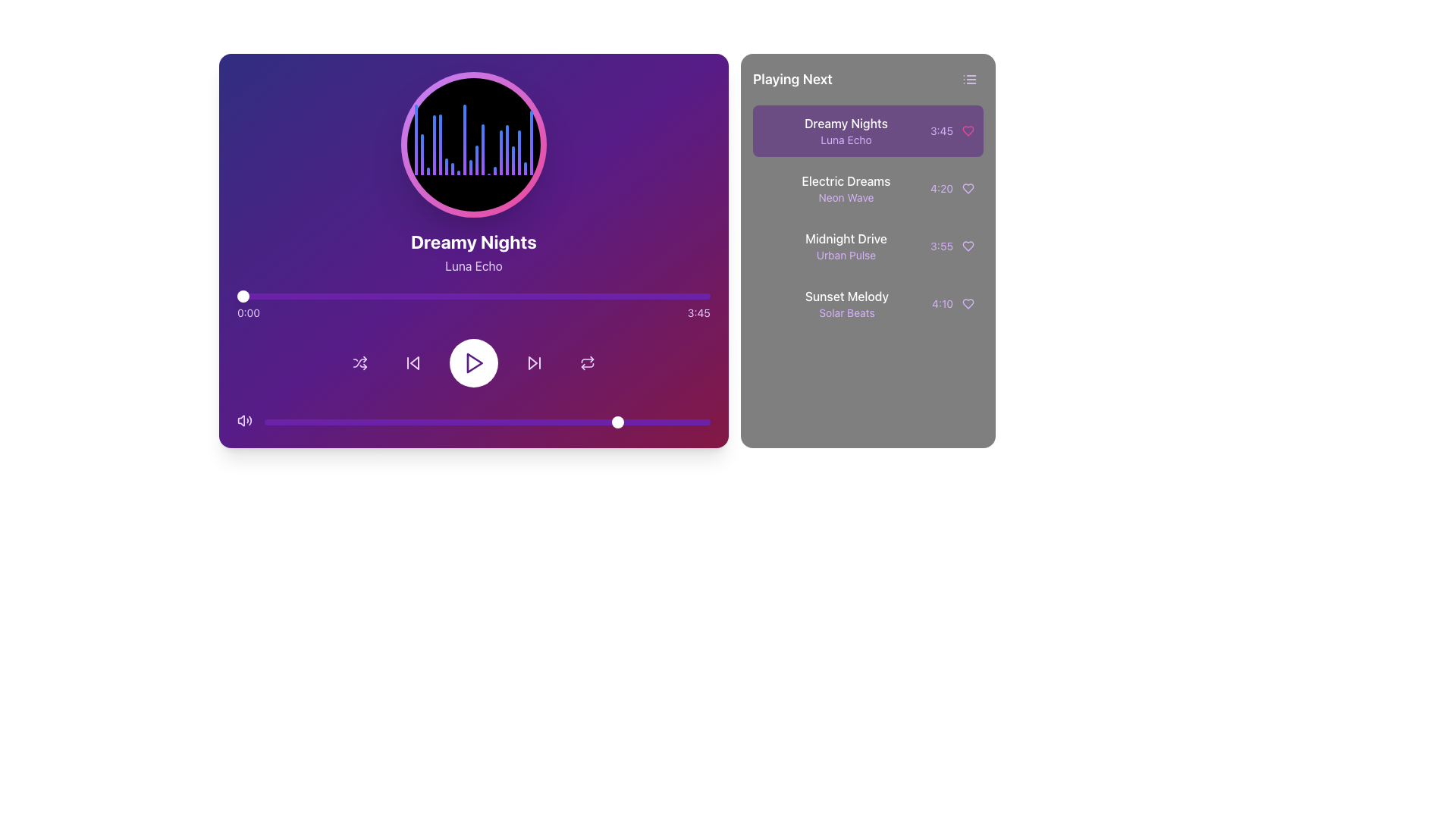 The height and width of the screenshot is (819, 1456). What do you see at coordinates (248, 312) in the screenshot?
I see `the static text label that indicates the current playback position in the media player, located at the start of the progress bar` at bounding box center [248, 312].